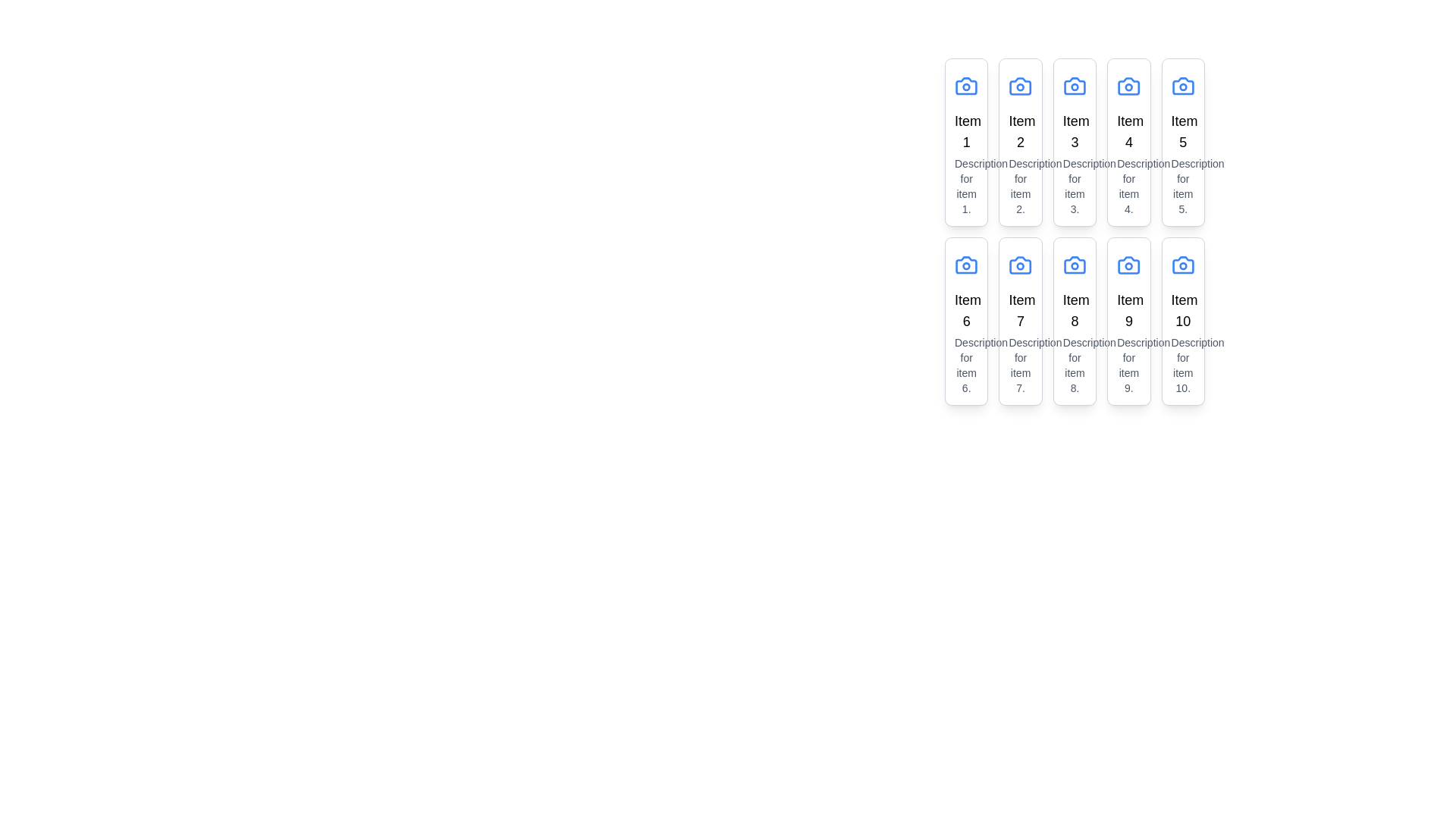 This screenshot has width=1456, height=819. What do you see at coordinates (965, 366) in the screenshot?
I see `descriptive text label about 'Item 6' located in the second row, first column of the grid of cards, specifically positioned below the 'Item 6' text` at bounding box center [965, 366].